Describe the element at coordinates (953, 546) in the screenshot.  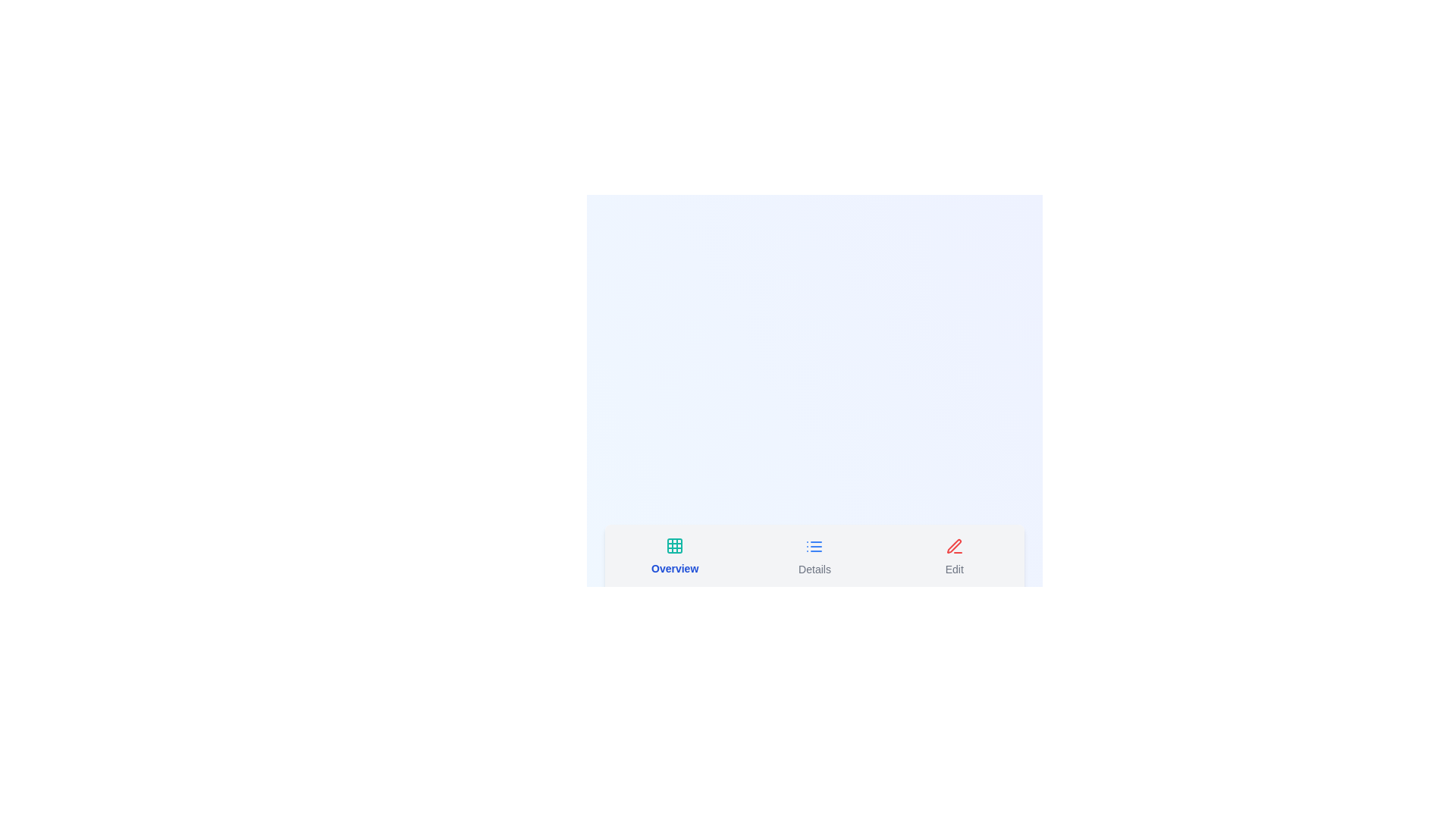
I see `the icon of the Edit tab` at that location.